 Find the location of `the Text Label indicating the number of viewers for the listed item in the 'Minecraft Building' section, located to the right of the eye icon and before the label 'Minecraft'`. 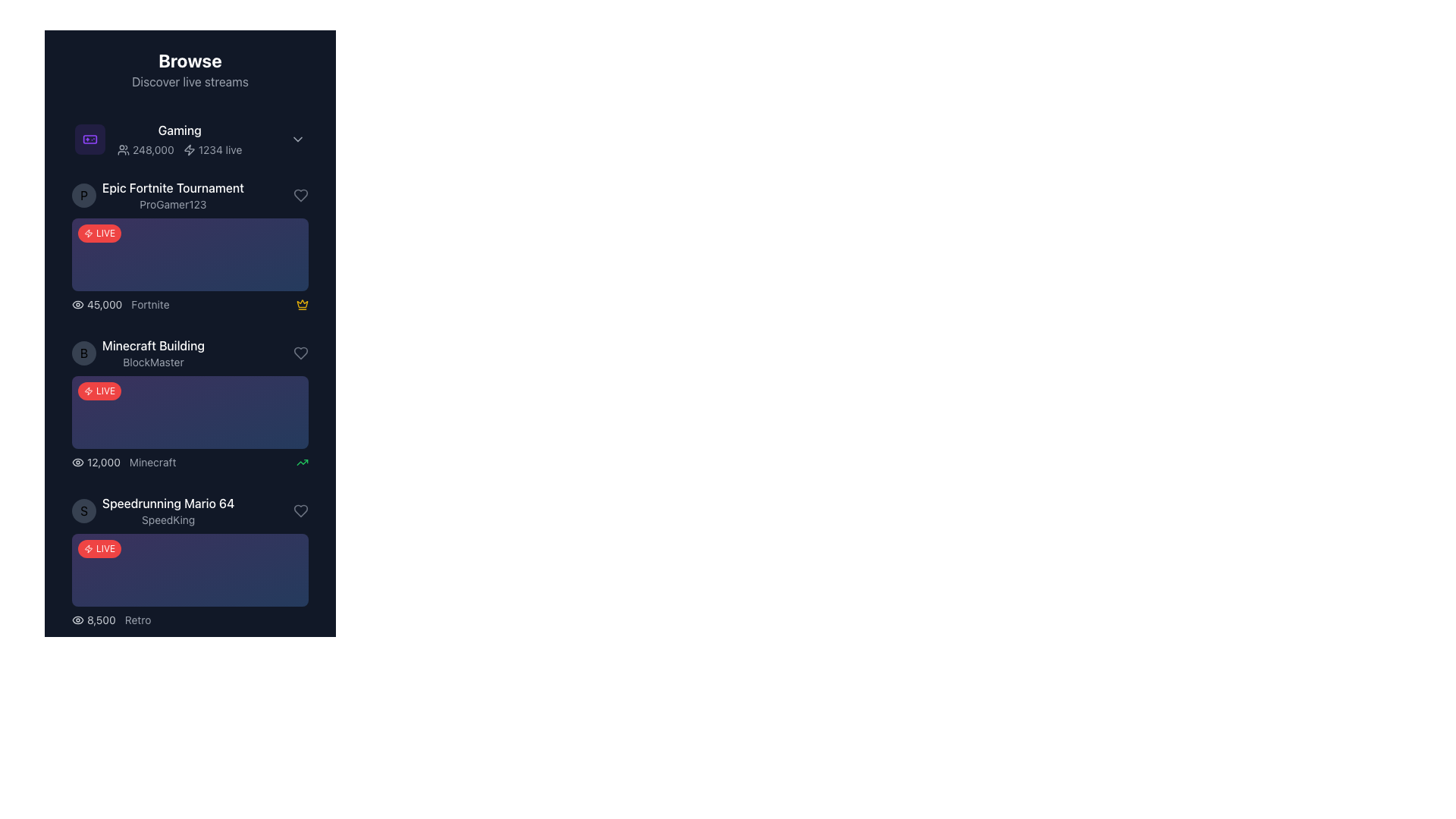

the Text Label indicating the number of viewers for the listed item in the 'Minecraft Building' section, located to the right of the eye icon and before the label 'Minecraft' is located at coordinates (95, 461).